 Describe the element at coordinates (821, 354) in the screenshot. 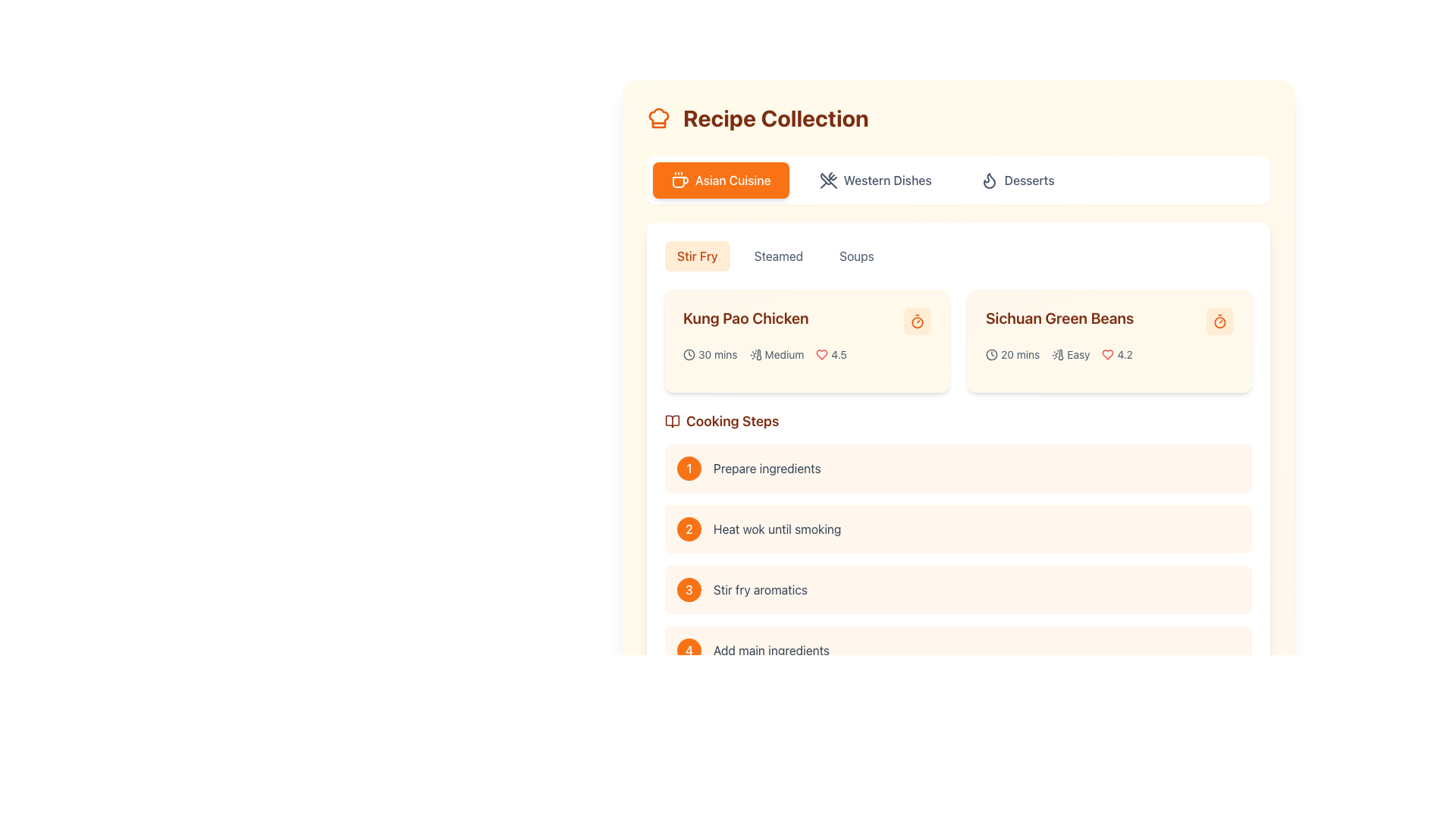

I see `the red outlined heart icon filled with white associated with the rating system for 'Kung Pao Chicken' to interact with the rating feature` at that location.